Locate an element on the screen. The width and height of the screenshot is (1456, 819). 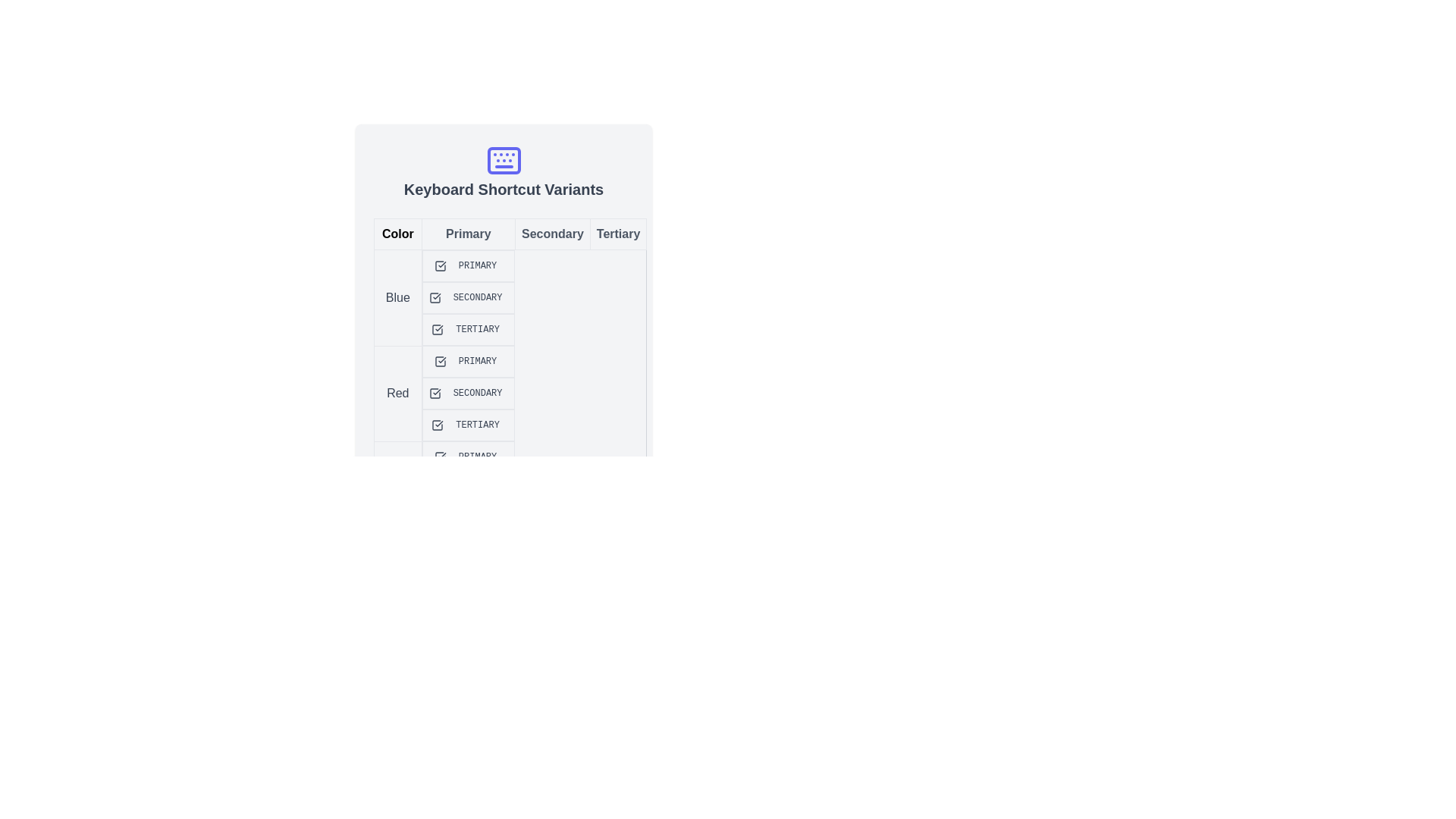
the Compound element that includes a checkbox and a label located in the 'Blue' row and 'Primary' column, positioned just under the 'Color' header area is located at coordinates (468, 265).